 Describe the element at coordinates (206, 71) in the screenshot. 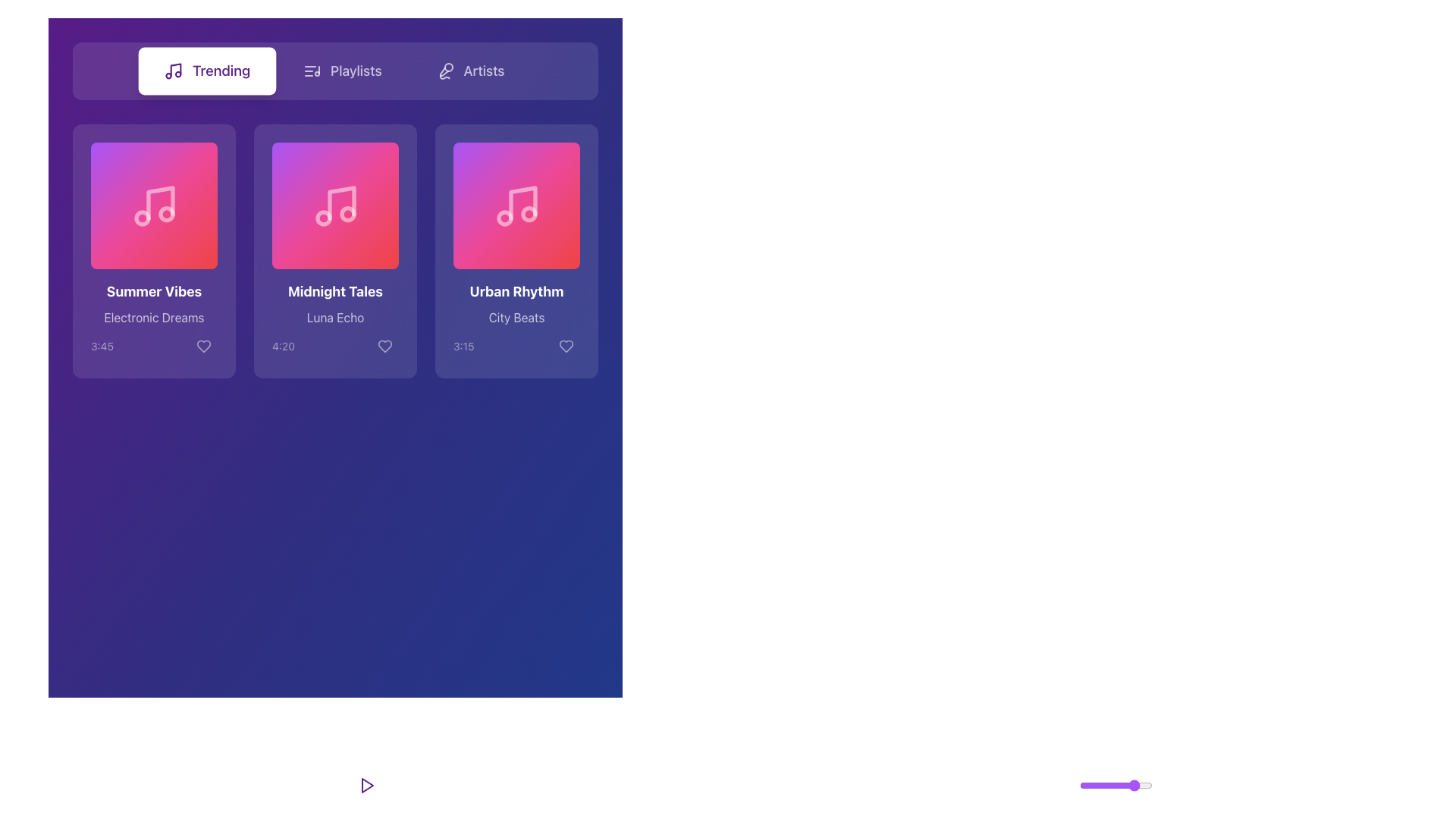

I see `the 'Trending' button with a musical note icon` at that location.